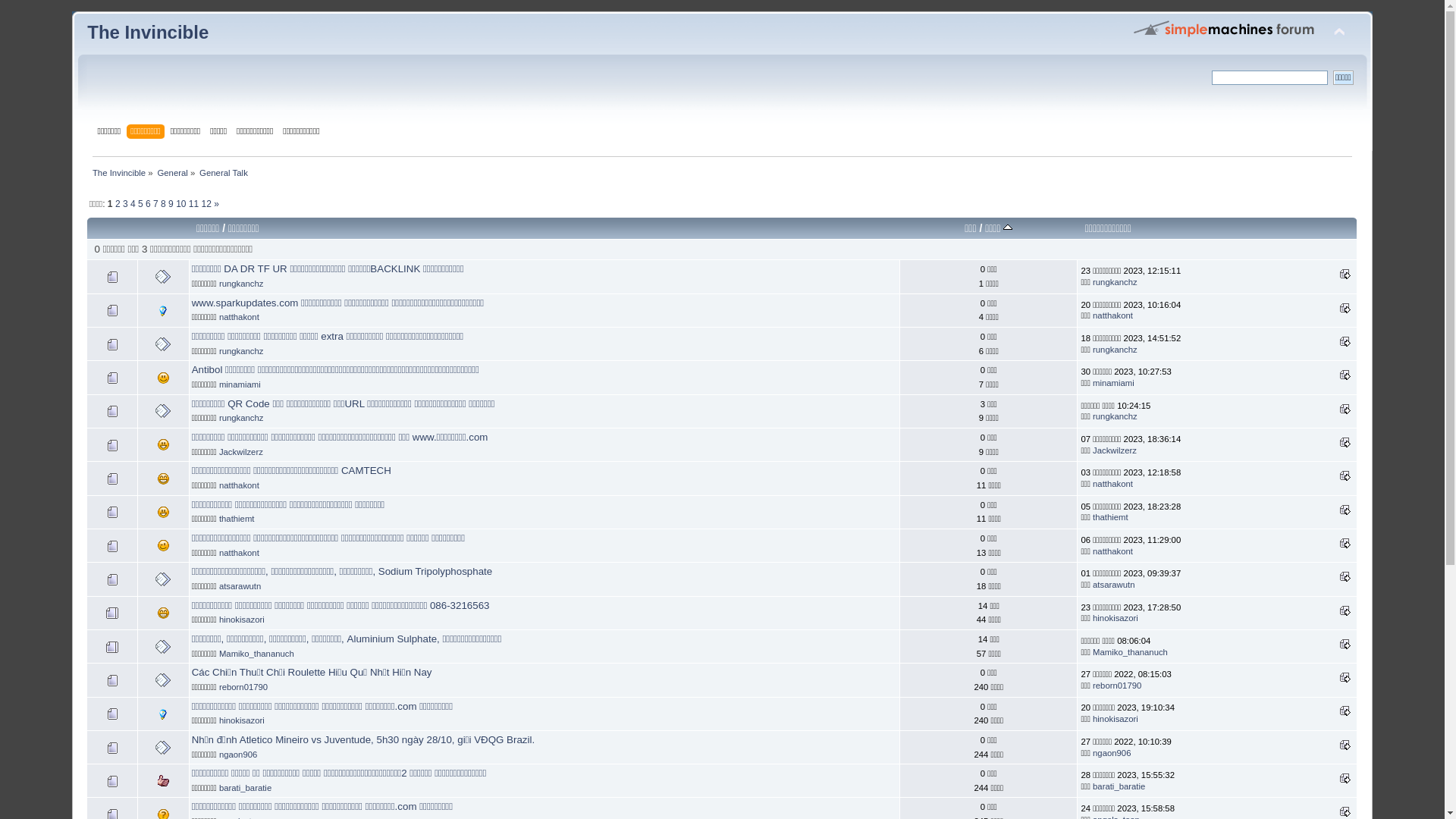  Describe the element at coordinates (1130, 651) in the screenshot. I see `'Mamiko_thananuch'` at that location.